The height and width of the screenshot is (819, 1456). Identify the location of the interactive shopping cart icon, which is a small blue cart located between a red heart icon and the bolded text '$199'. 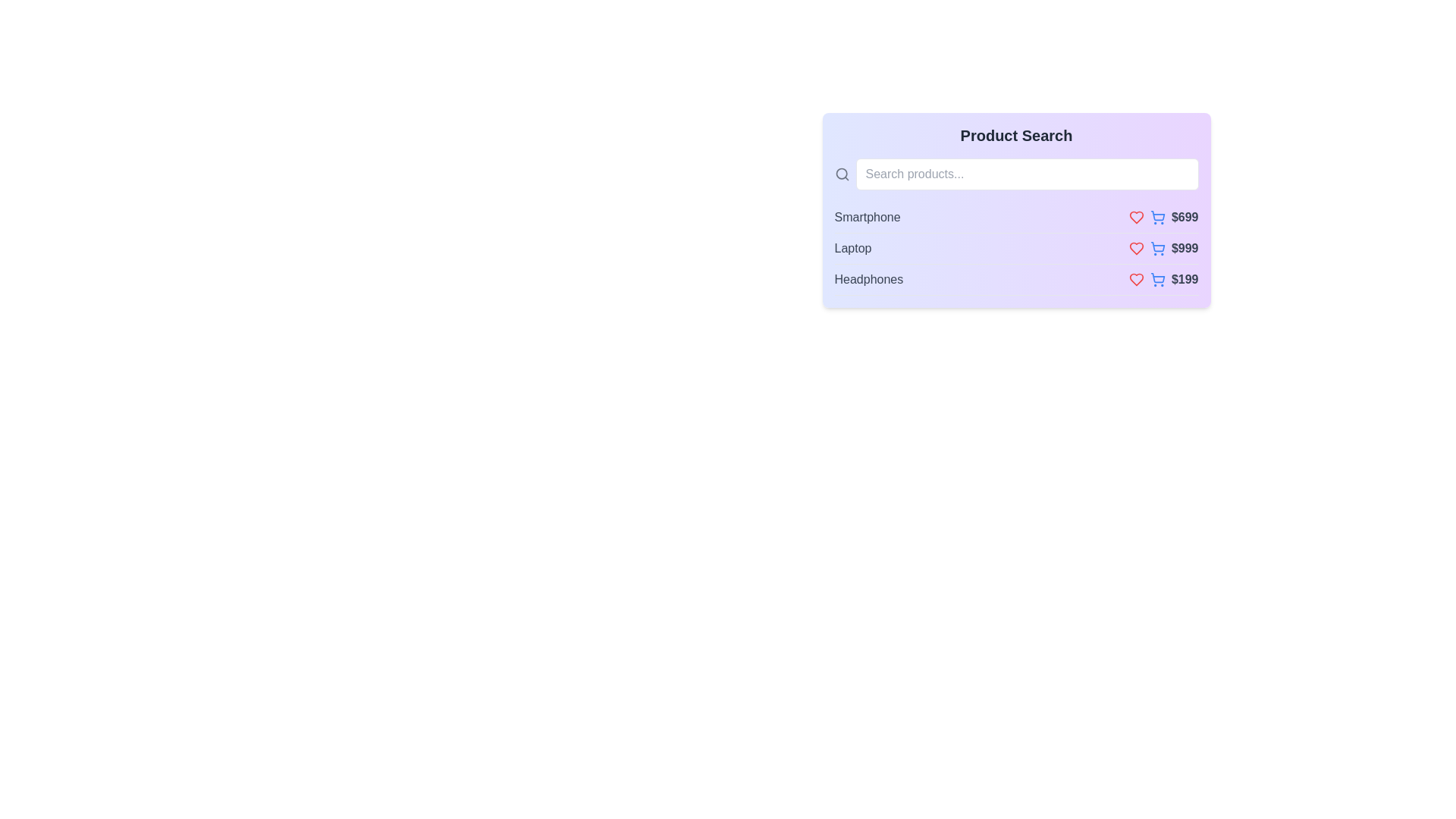
(1163, 280).